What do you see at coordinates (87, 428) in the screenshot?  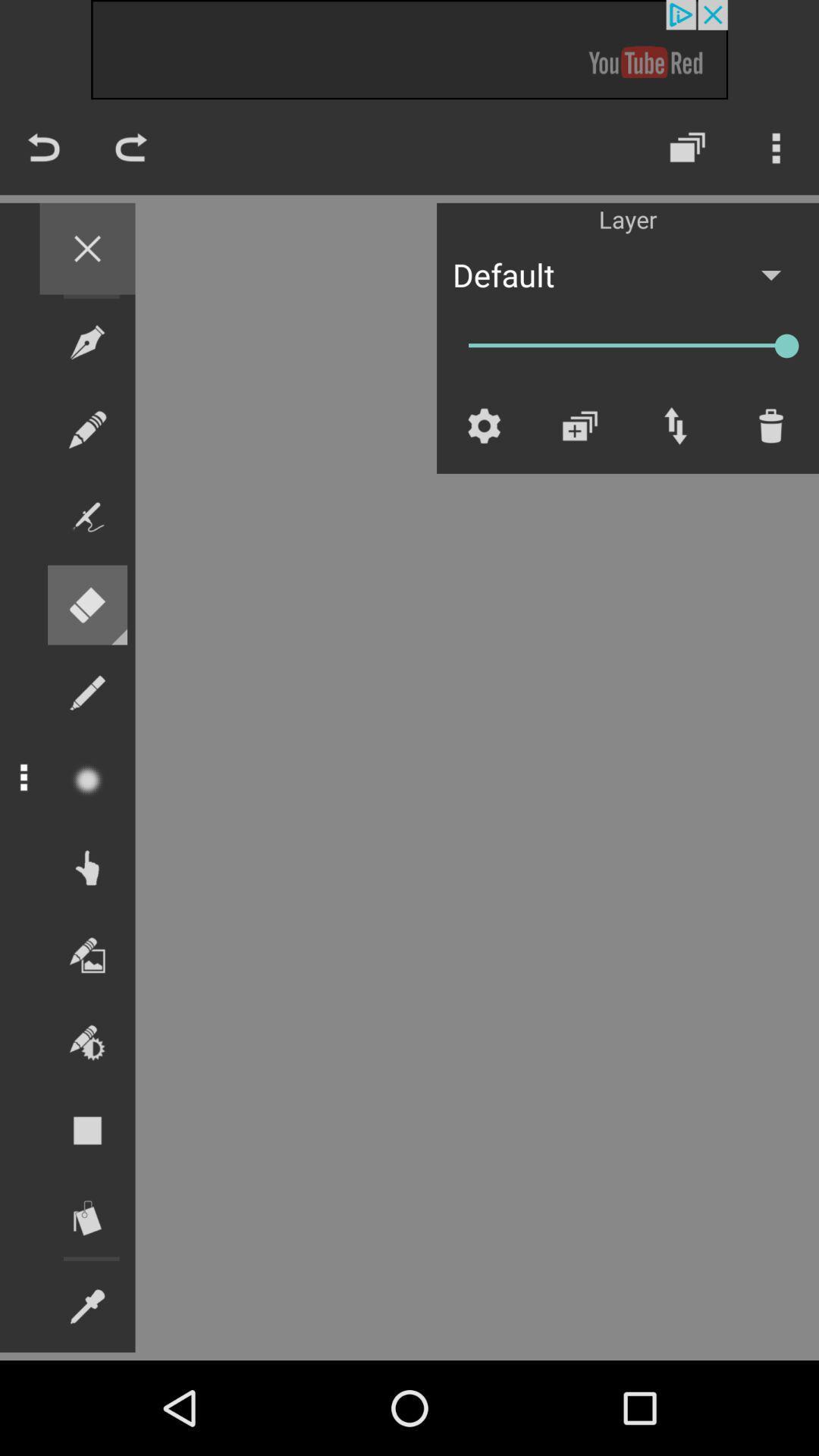 I see `the edit icon` at bounding box center [87, 428].